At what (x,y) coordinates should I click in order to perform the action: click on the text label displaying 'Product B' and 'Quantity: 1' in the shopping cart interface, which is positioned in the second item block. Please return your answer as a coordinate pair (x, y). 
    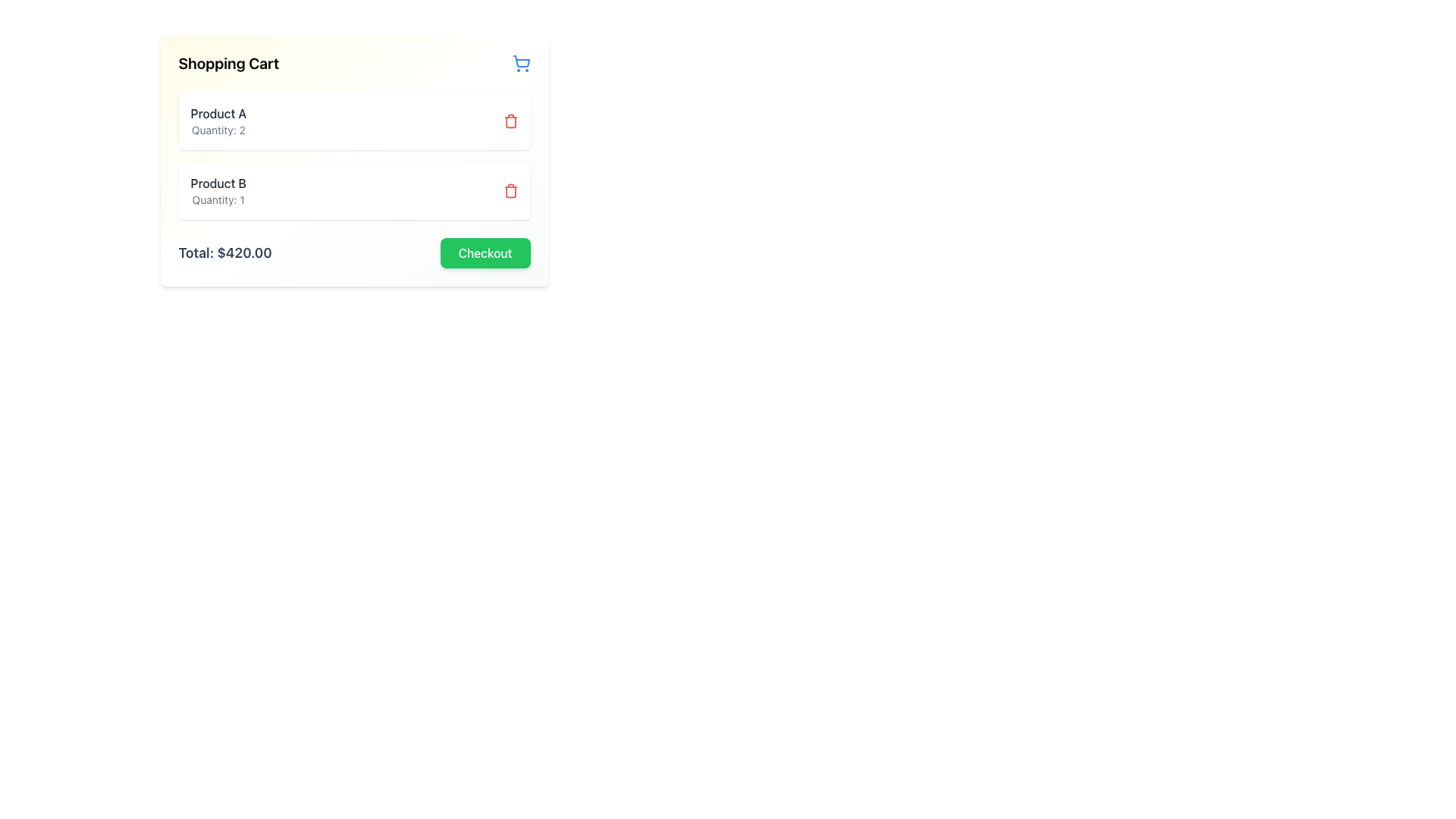
    Looking at the image, I should click on (218, 190).